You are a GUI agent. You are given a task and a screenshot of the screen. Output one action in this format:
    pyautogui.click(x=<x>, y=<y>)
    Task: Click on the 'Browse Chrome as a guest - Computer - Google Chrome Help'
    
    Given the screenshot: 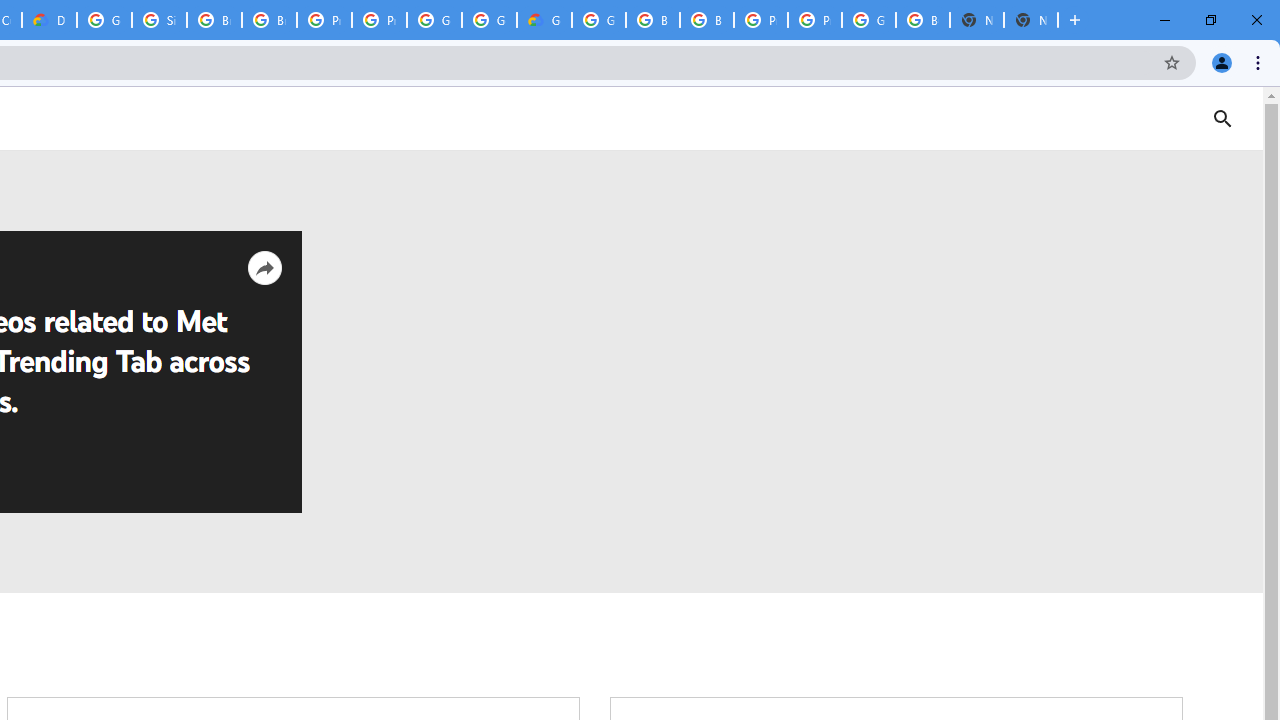 What is the action you would take?
    pyautogui.click(x=214, y=20)
    